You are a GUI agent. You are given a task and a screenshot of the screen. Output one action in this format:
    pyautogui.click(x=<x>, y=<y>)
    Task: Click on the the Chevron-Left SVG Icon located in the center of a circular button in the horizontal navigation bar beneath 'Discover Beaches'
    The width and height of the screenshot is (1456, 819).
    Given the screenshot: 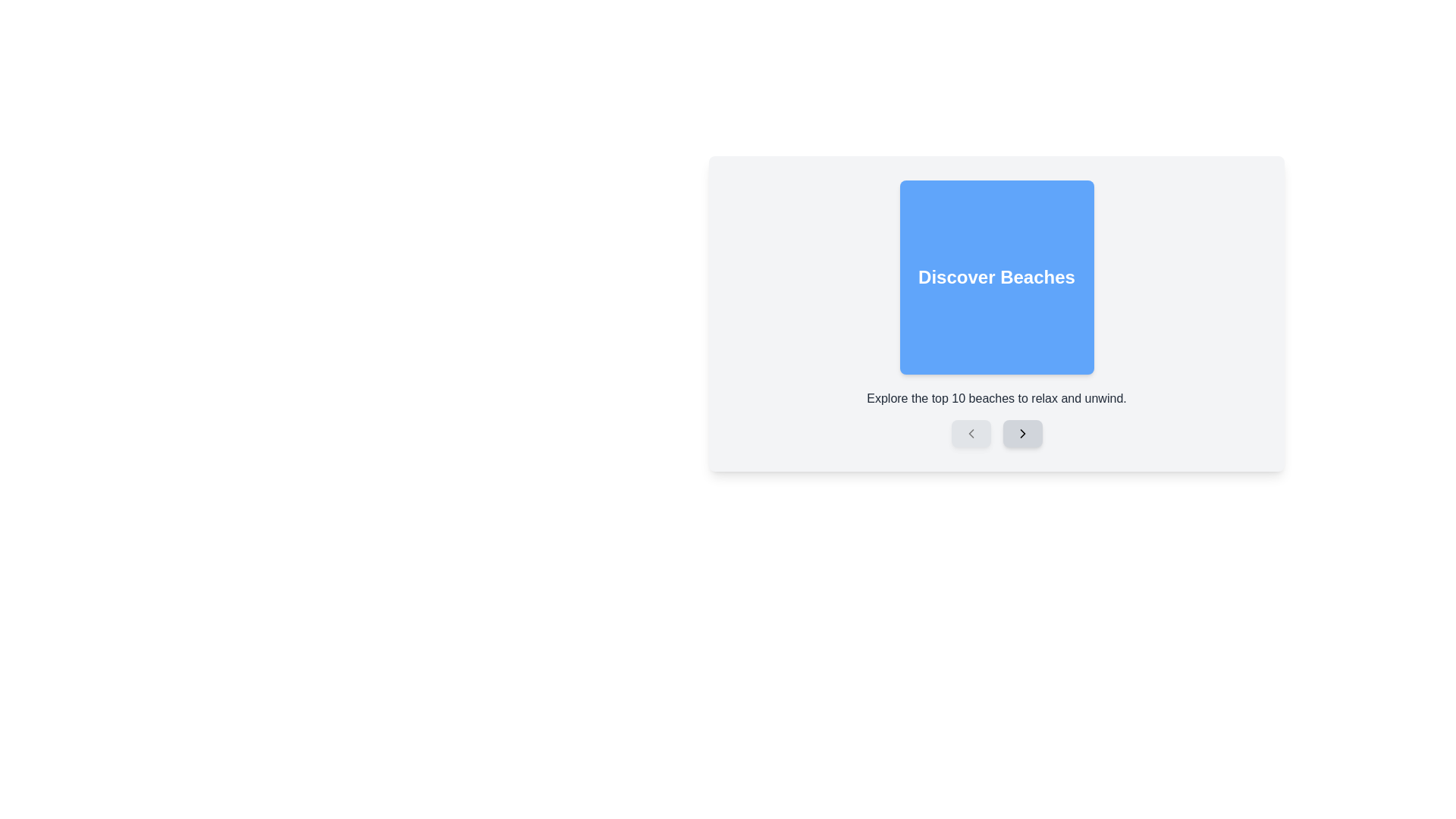 What is the action you would take?
    pyautogui.click(x=971, y=433)
    